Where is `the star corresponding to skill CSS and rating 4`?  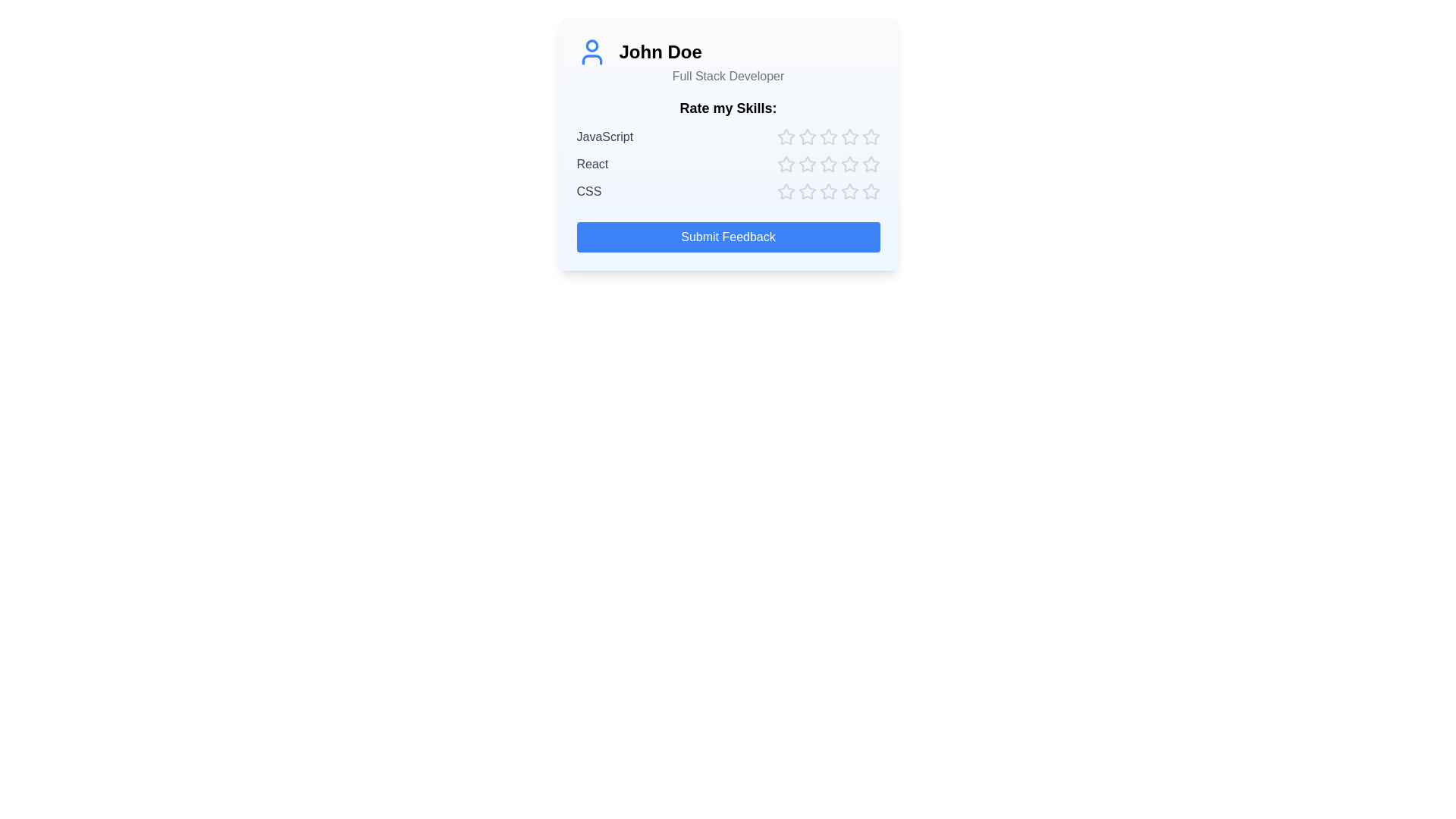
the star corresponding to skill CSS and rating 4 is located at coordinates (849, 191).